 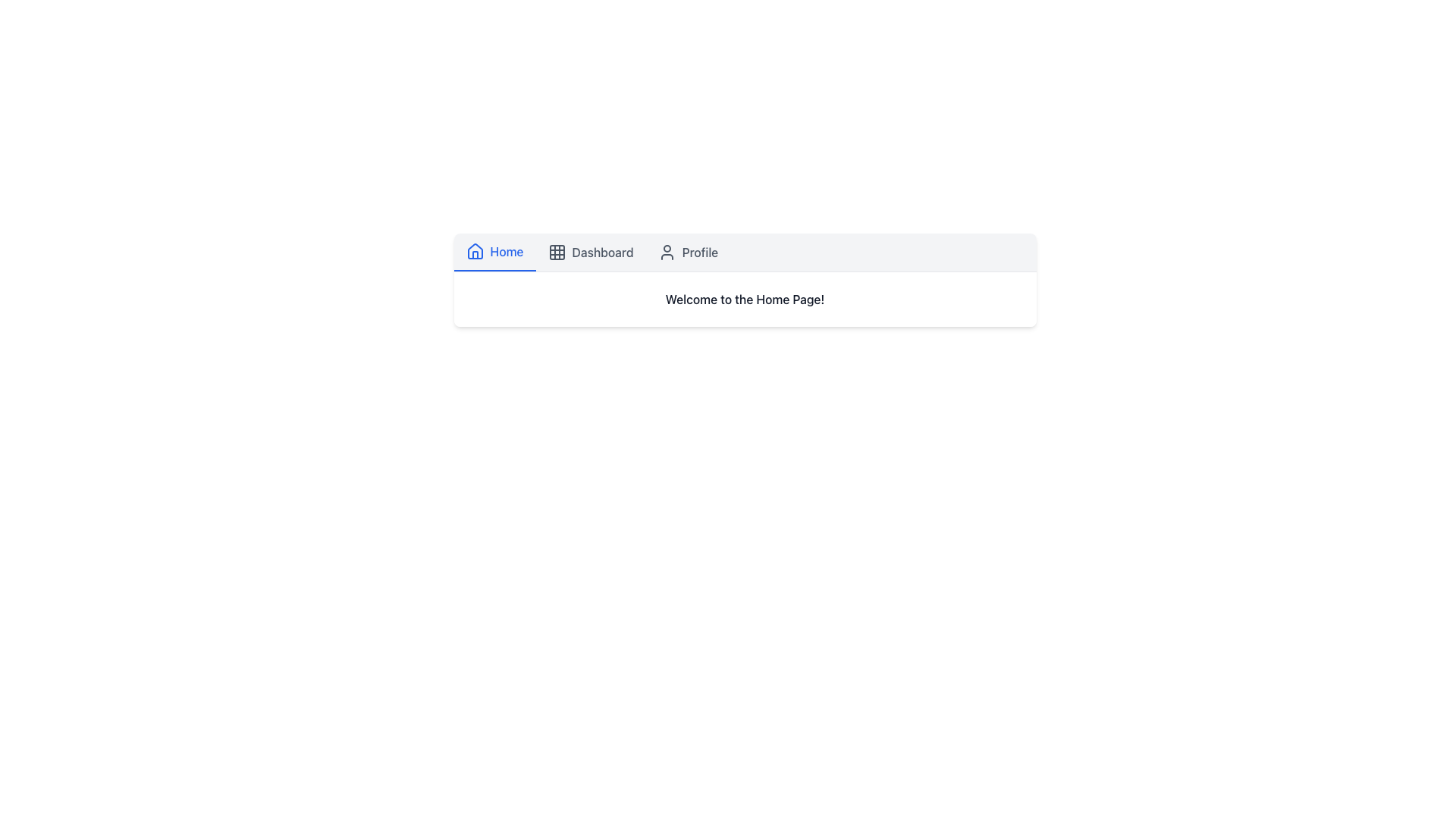 What do you see at coordinates (556, 251) in the screenshot?
I see `the top-left square of the 3x3 grid icon representing dashboard functionality, located next to the navigation tab labeled 'Dashboard'` at bounding box center [556, 251].